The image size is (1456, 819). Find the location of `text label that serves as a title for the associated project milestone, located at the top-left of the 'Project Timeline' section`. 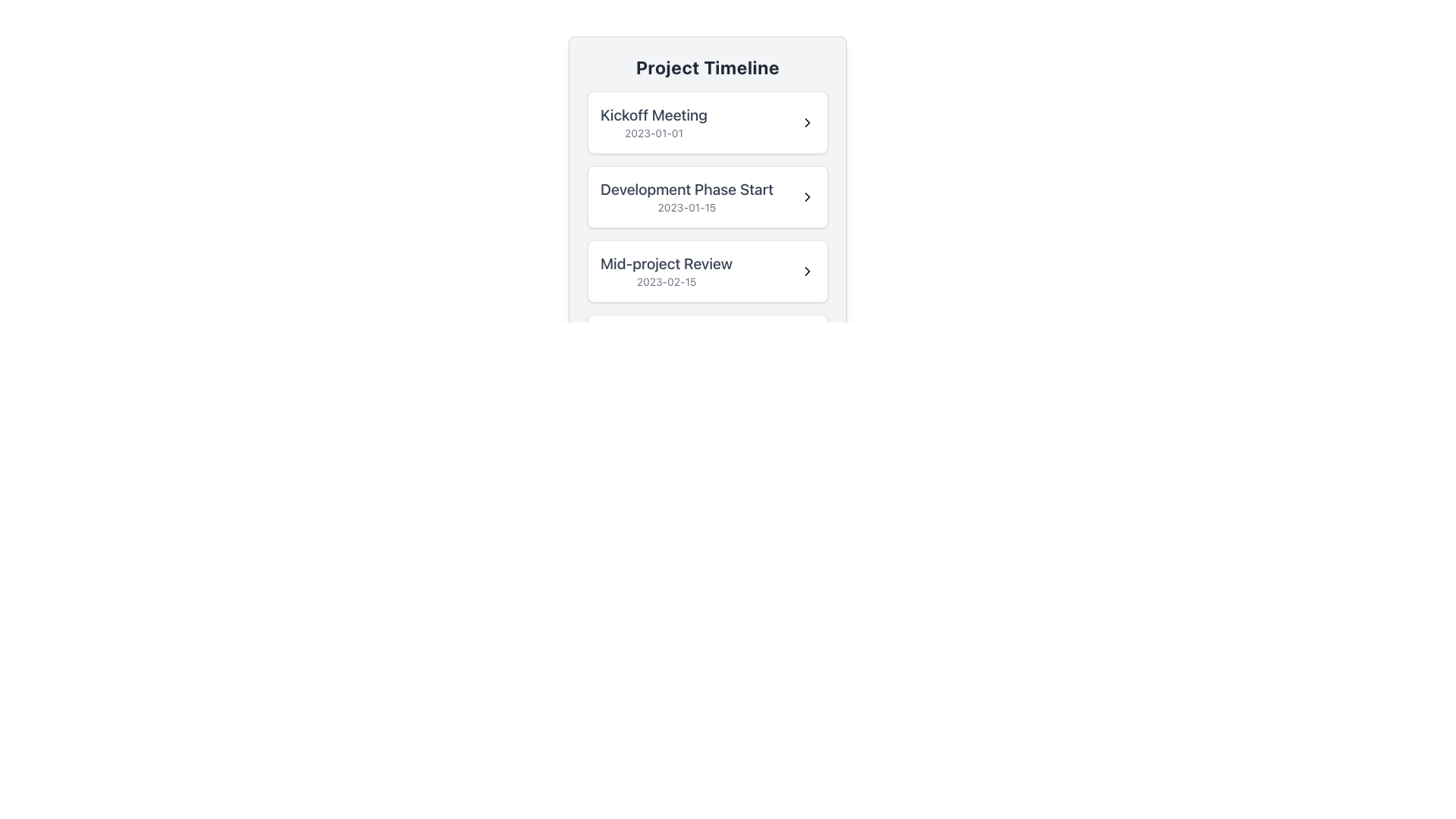

text label that serves as a title for the associated project milestone, located at the top-left of the 'Project Timeline' section is located at coordinates (654, 114).